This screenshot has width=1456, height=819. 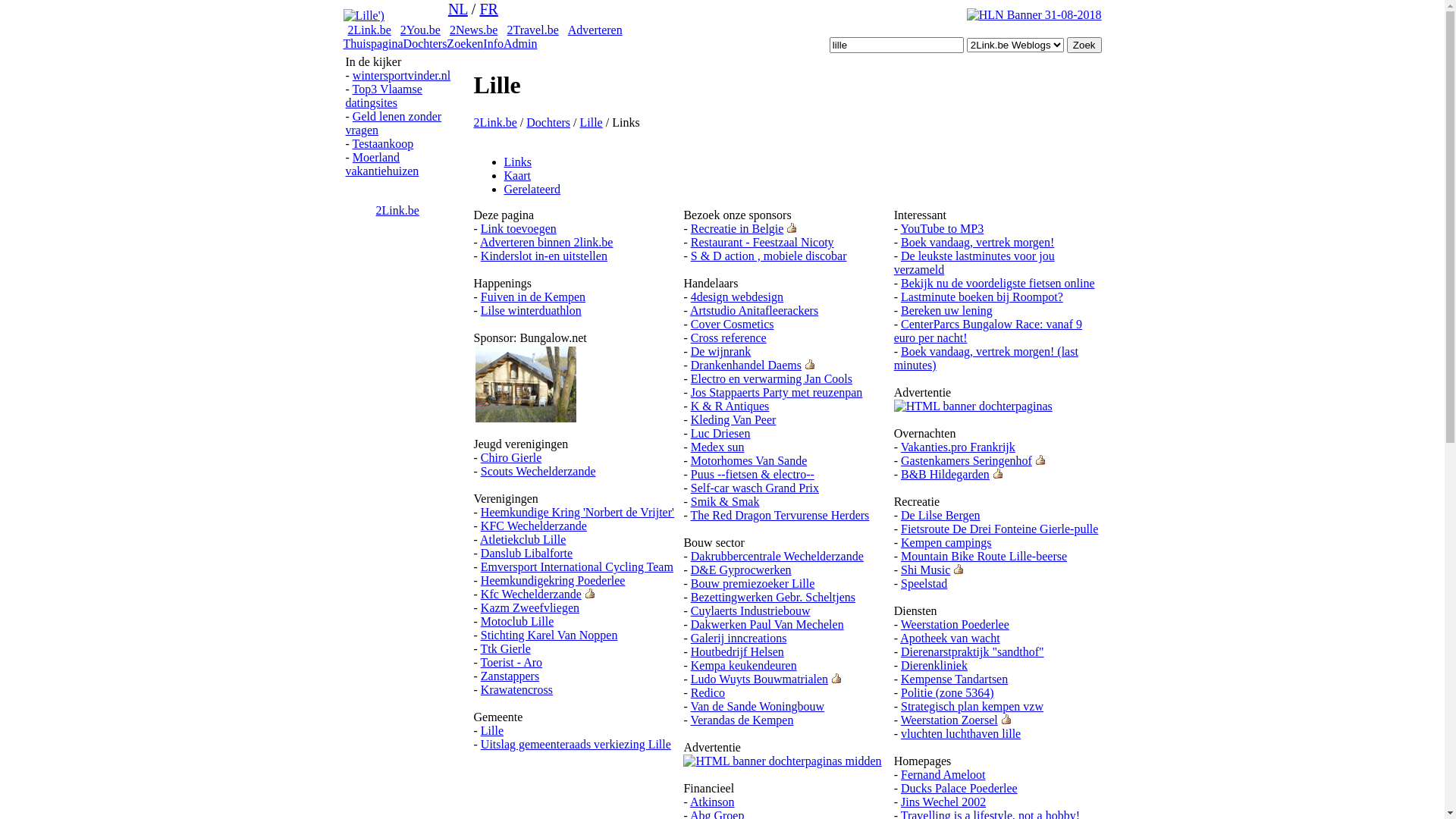 What do you see at coordinates (924, 570) in the screenshot?
I see `'Shi Music'` at bounding box center [924, 570].